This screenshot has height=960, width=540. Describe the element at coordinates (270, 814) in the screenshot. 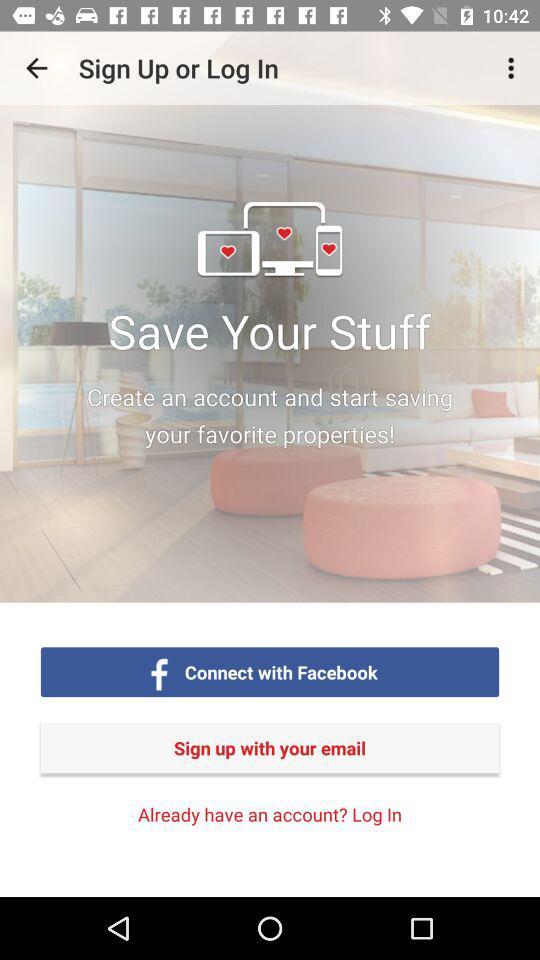

I see `the item below the sign up with item` at that location.